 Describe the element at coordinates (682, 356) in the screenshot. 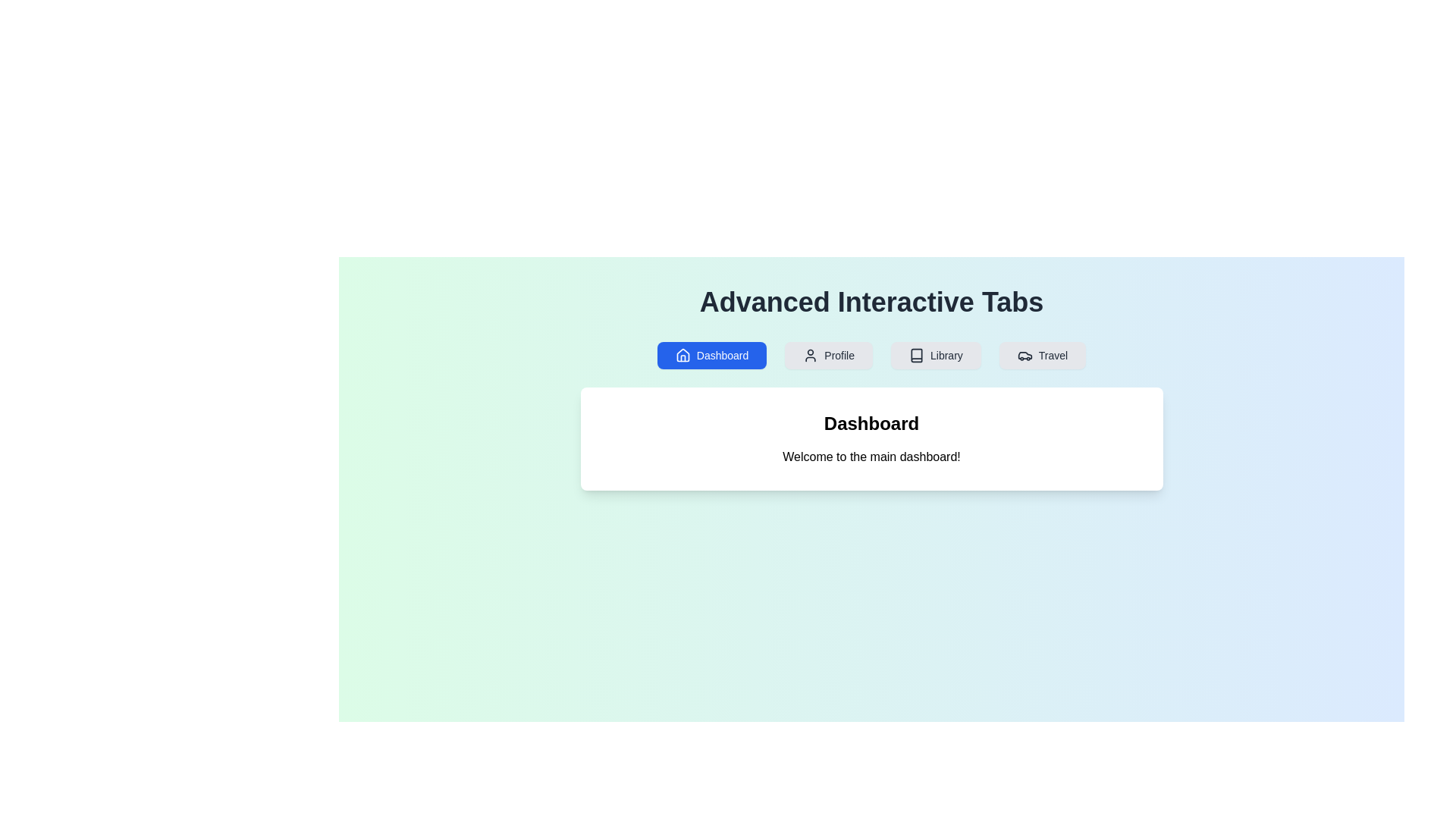

I see `the 'Dashboard' button which contains a small house icon on a blue circular background, located in the horizontal navigation tab under 'Advanced Interactive Tabs'` at that location.